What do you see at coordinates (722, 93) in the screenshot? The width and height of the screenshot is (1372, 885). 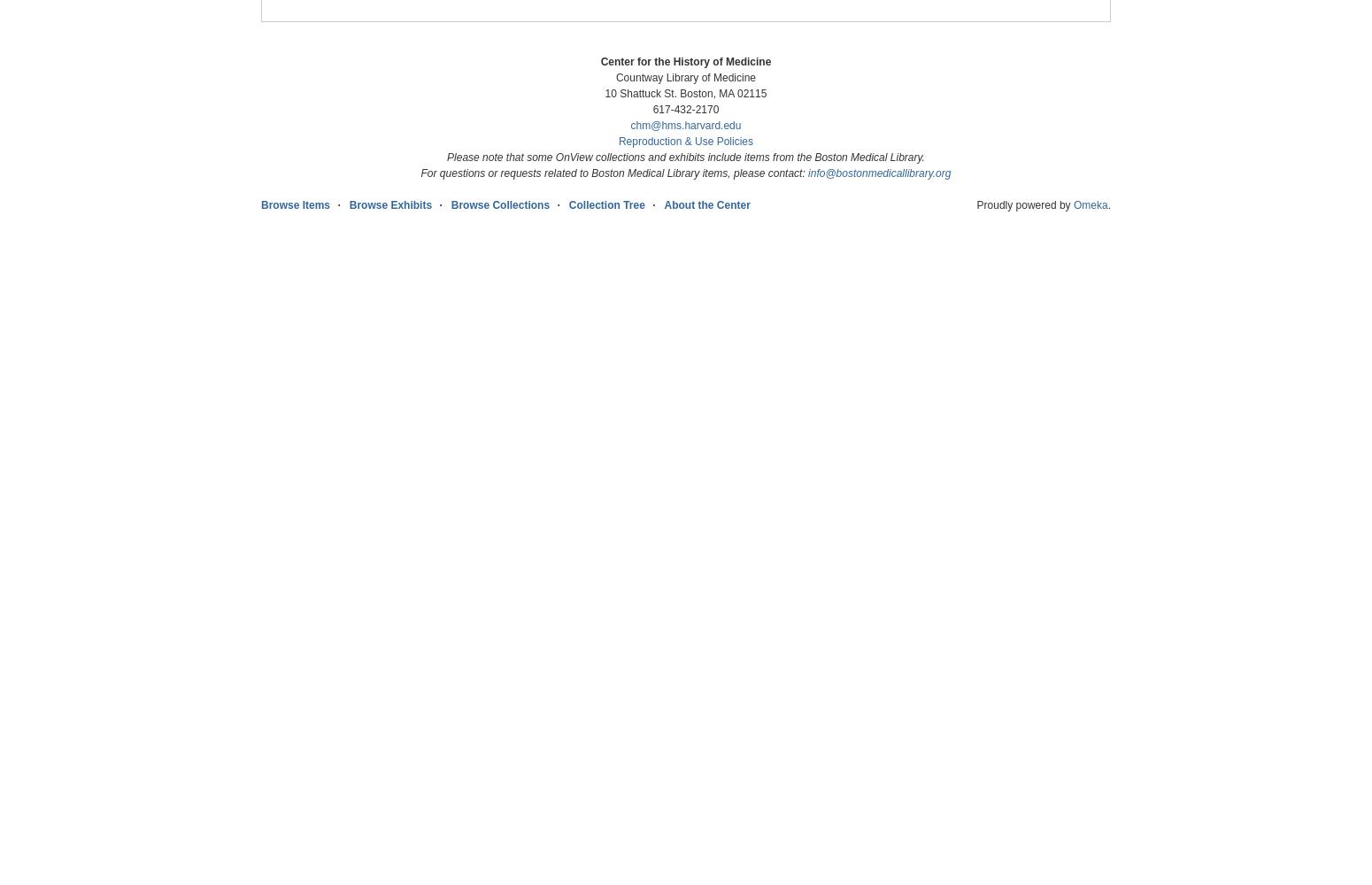 I see `'Boston, MA 02115'` at bounding box center [722, 93].